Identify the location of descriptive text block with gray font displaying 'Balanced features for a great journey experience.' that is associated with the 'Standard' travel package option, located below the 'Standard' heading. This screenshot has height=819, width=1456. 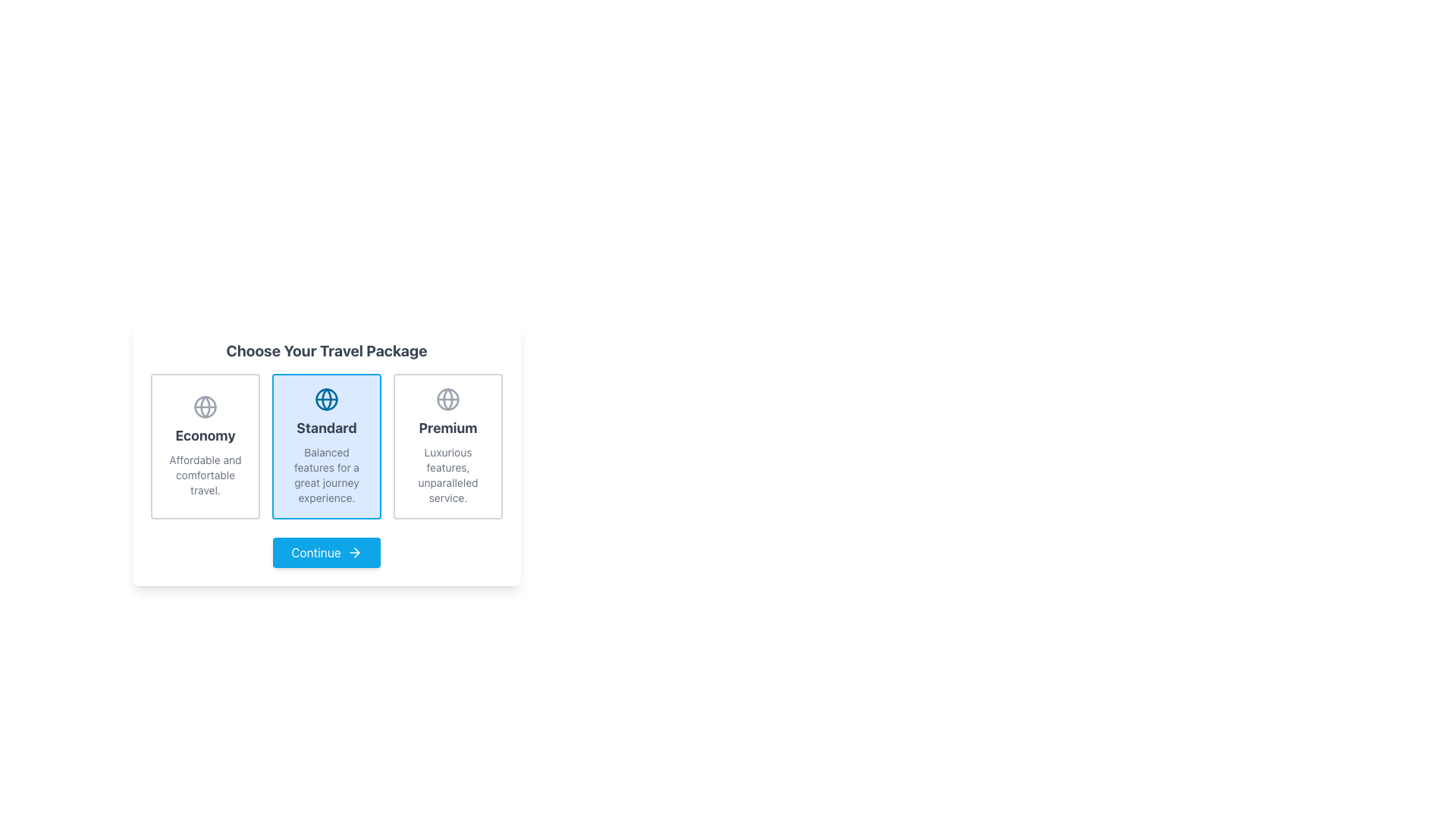
(326, 475).